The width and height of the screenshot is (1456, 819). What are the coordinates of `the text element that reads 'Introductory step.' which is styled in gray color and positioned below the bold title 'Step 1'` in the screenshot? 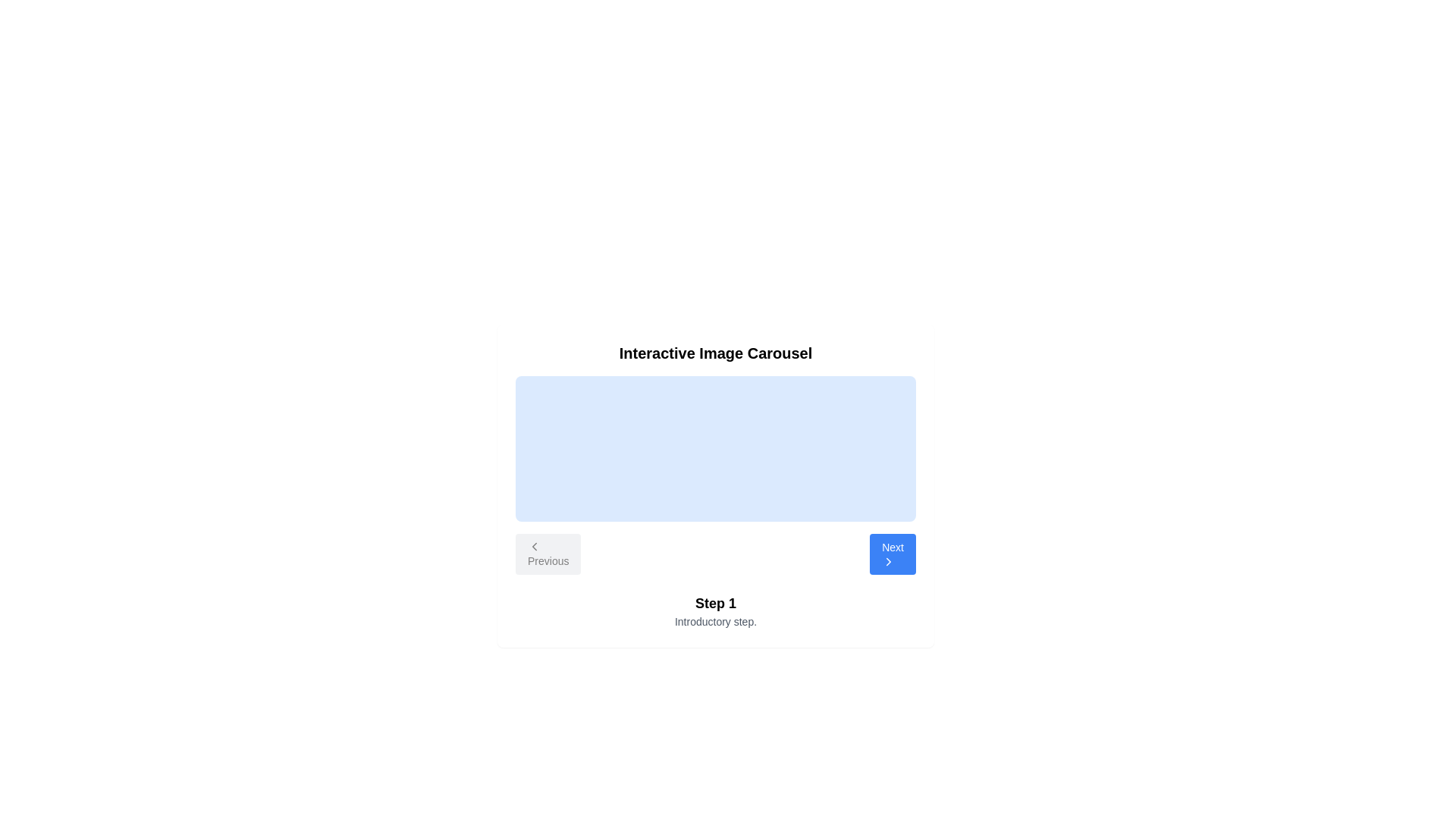 It's located at (715, 622).